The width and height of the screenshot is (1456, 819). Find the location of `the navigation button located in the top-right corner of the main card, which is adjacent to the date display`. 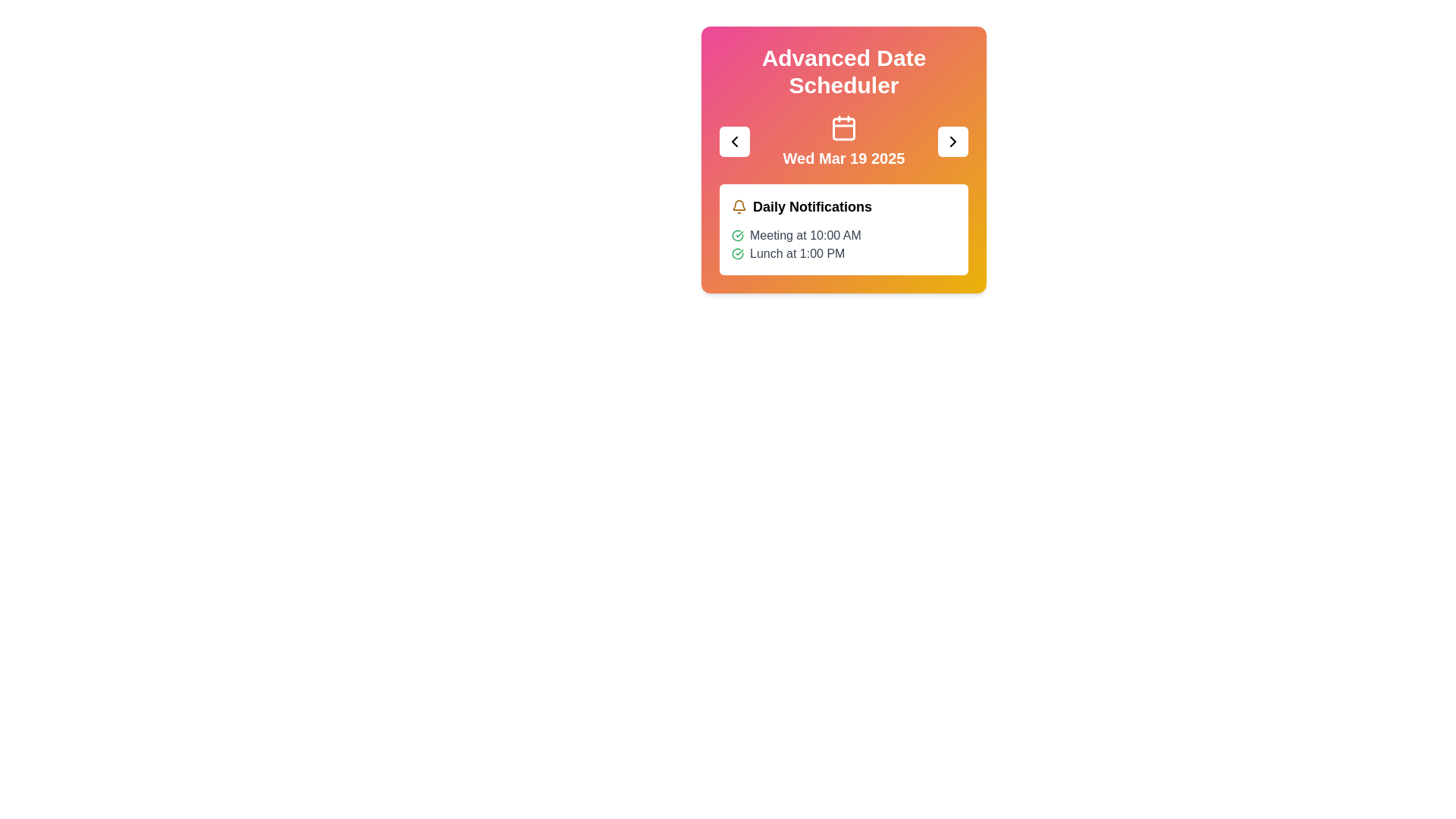

the navigation button located in the top-right corner of the main card, which is adjacent to the date display is located at coordinates (952, 141).